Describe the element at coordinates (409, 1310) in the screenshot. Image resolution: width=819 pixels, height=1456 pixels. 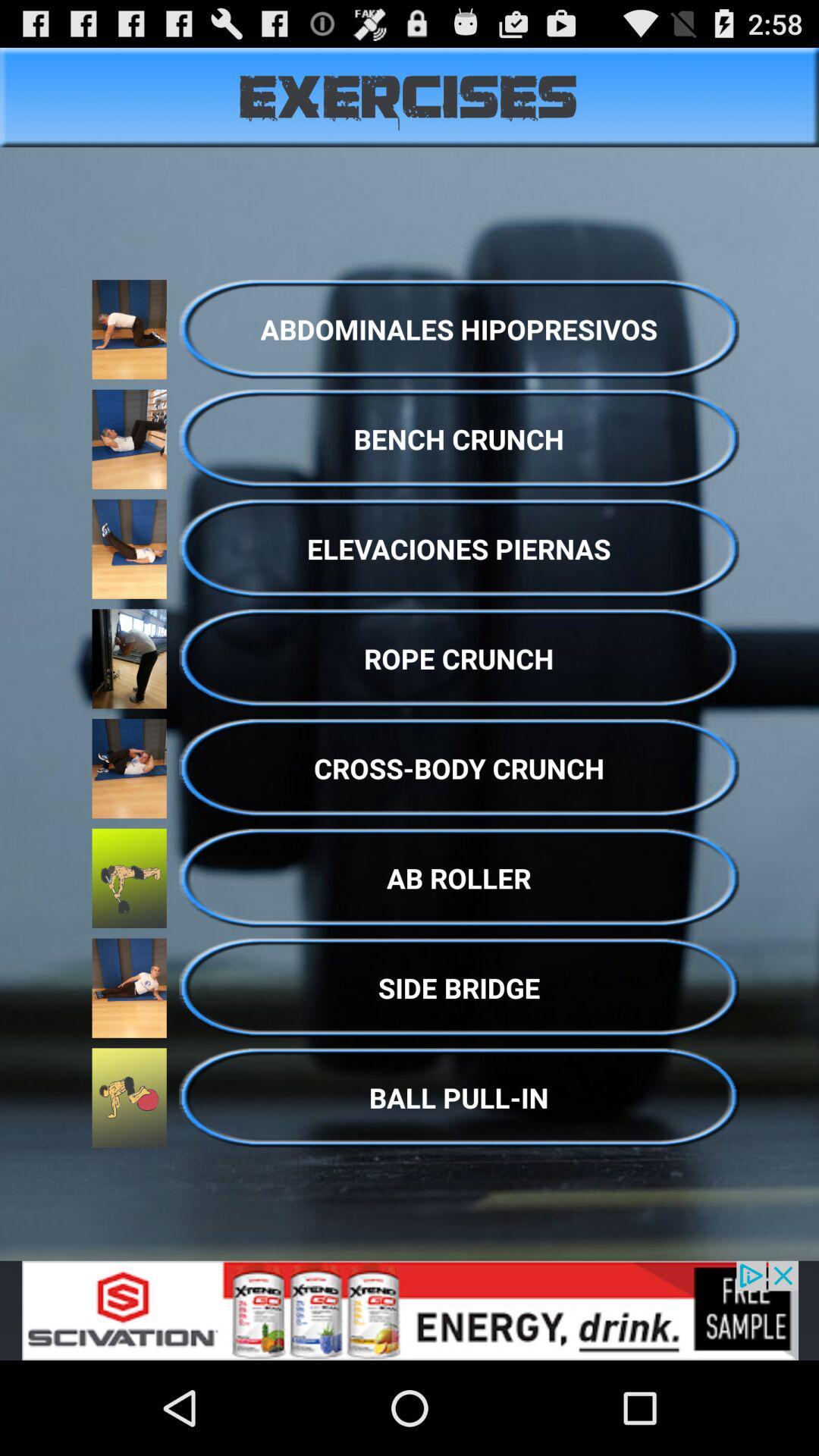
I see `advertisement banner` at that location.